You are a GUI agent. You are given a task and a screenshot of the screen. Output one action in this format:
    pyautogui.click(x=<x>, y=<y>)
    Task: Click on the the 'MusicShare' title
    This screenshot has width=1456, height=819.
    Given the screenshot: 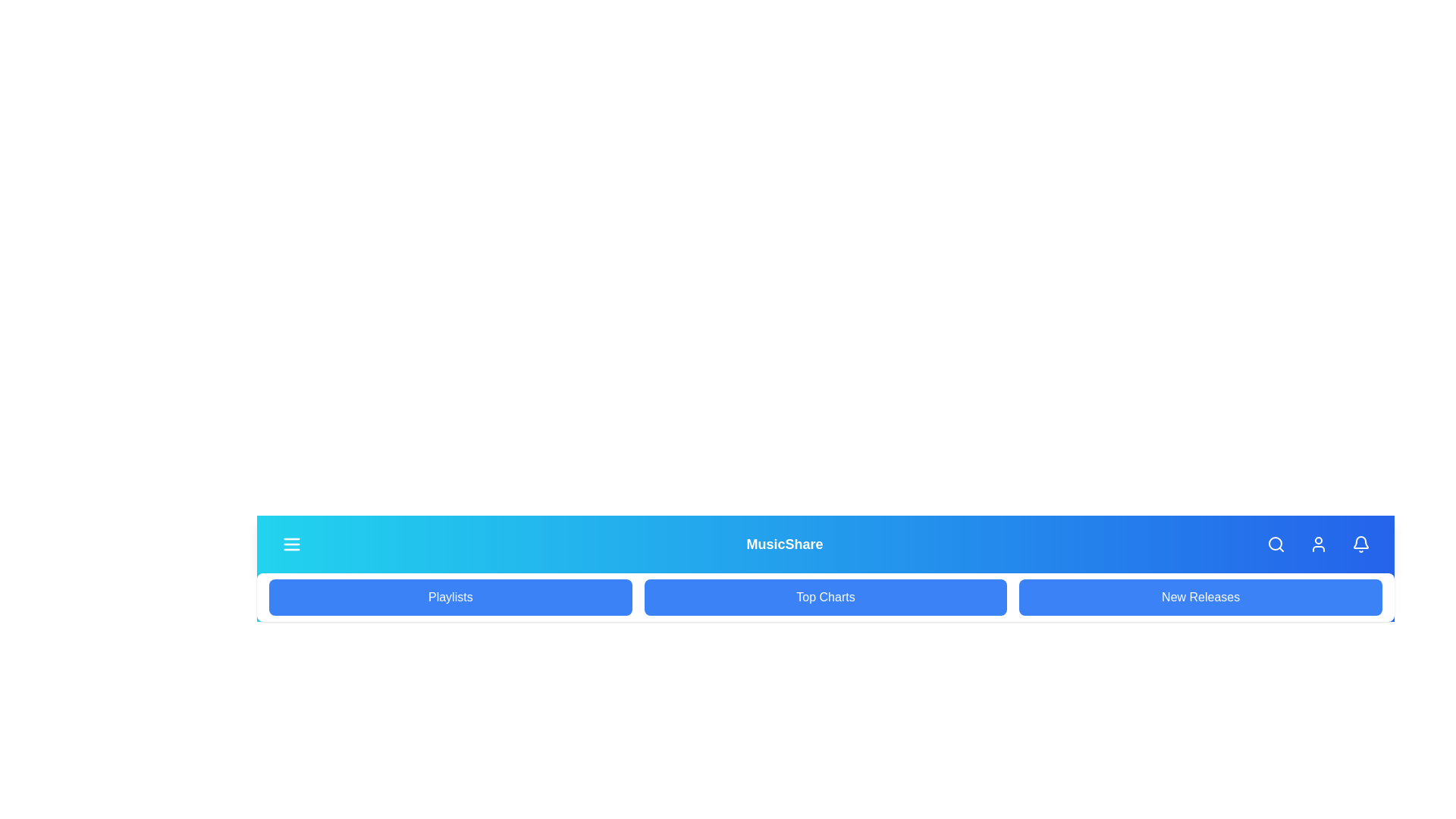 What is the action you would take?
    pyautogui.click(x=785, y=543)
    